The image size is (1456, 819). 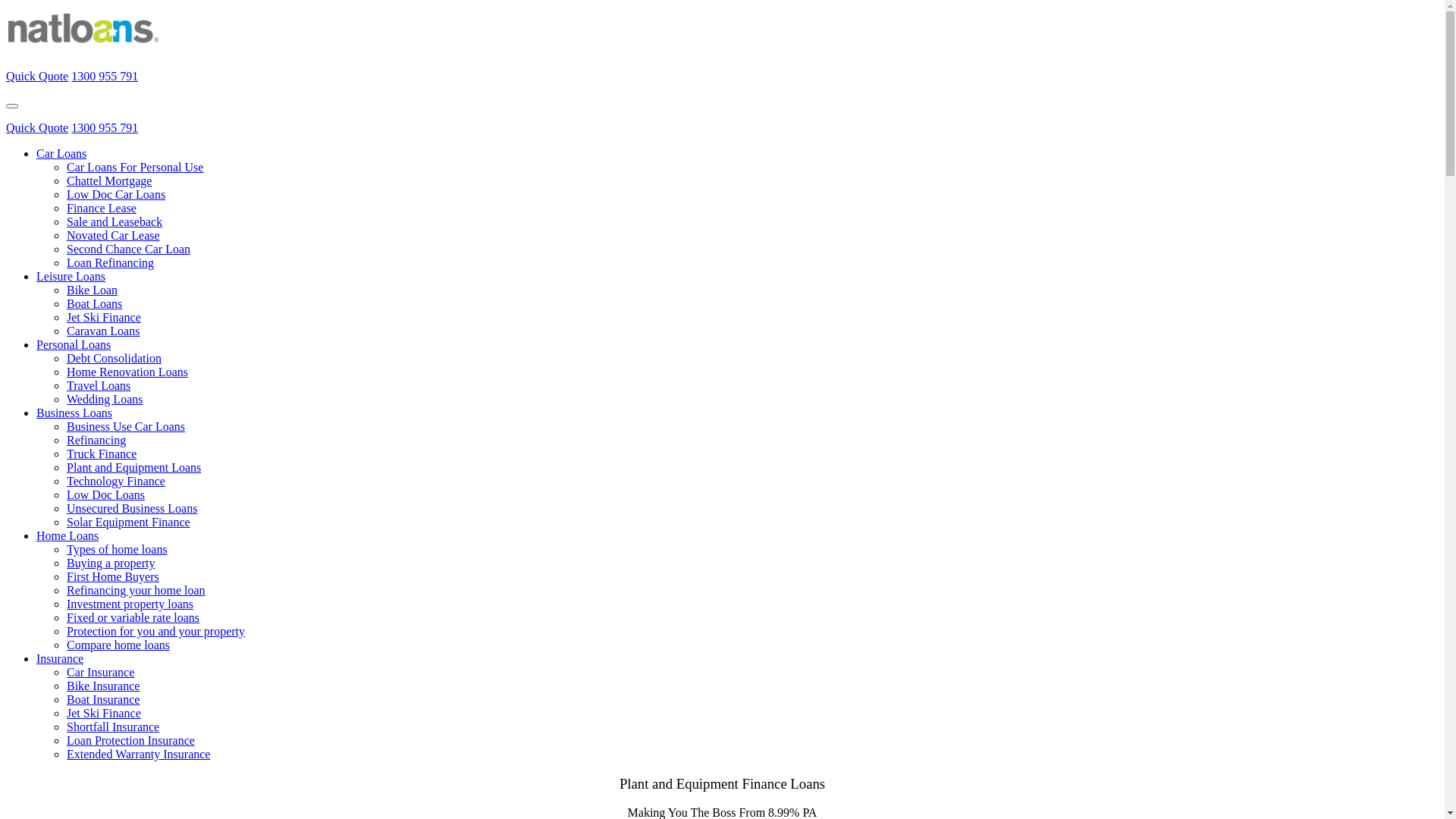 What do you see at coordinates (104, 76) in the screenshot?
I see `'1300 955 791'` at bounding box center [104, 76].